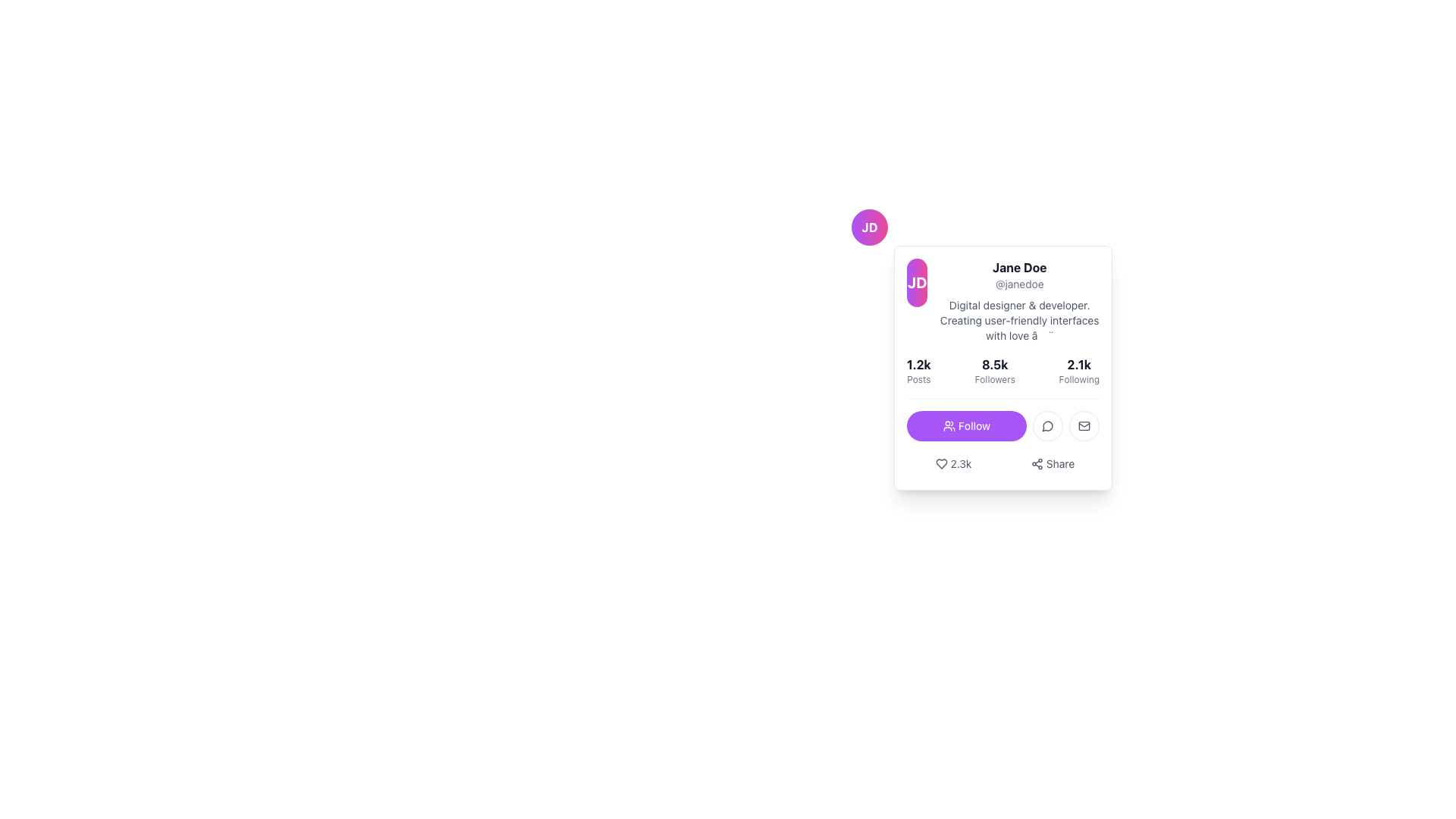 The width and height of the screenshot is (1456, 819). Describe the element at coordinates (1003, 376) in the screenshot. I see `the Metric display component that shows the summary of posts, followers, and followings` at that location.